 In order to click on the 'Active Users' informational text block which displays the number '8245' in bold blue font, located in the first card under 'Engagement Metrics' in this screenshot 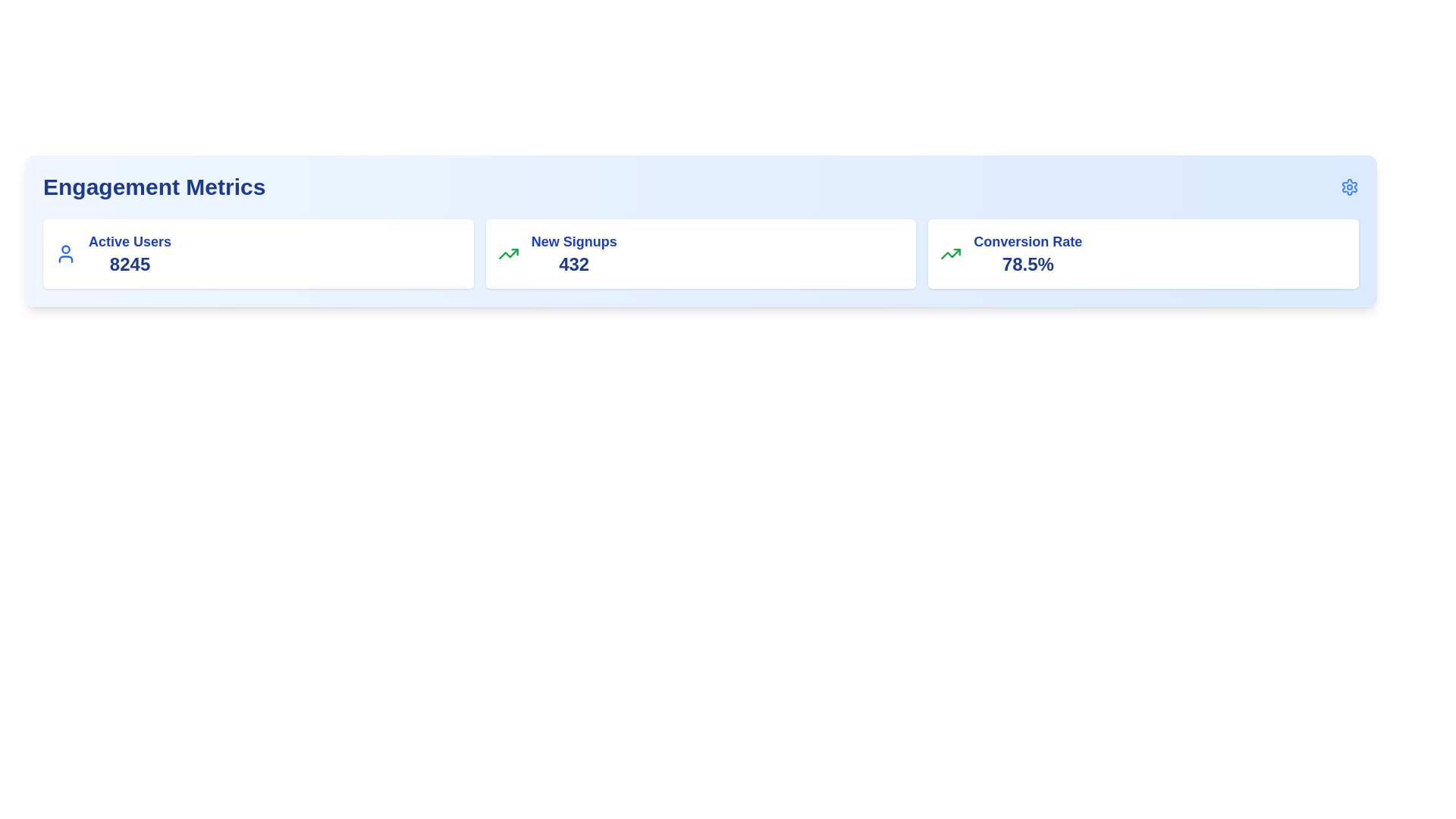, I will do `click(130, 253)`.